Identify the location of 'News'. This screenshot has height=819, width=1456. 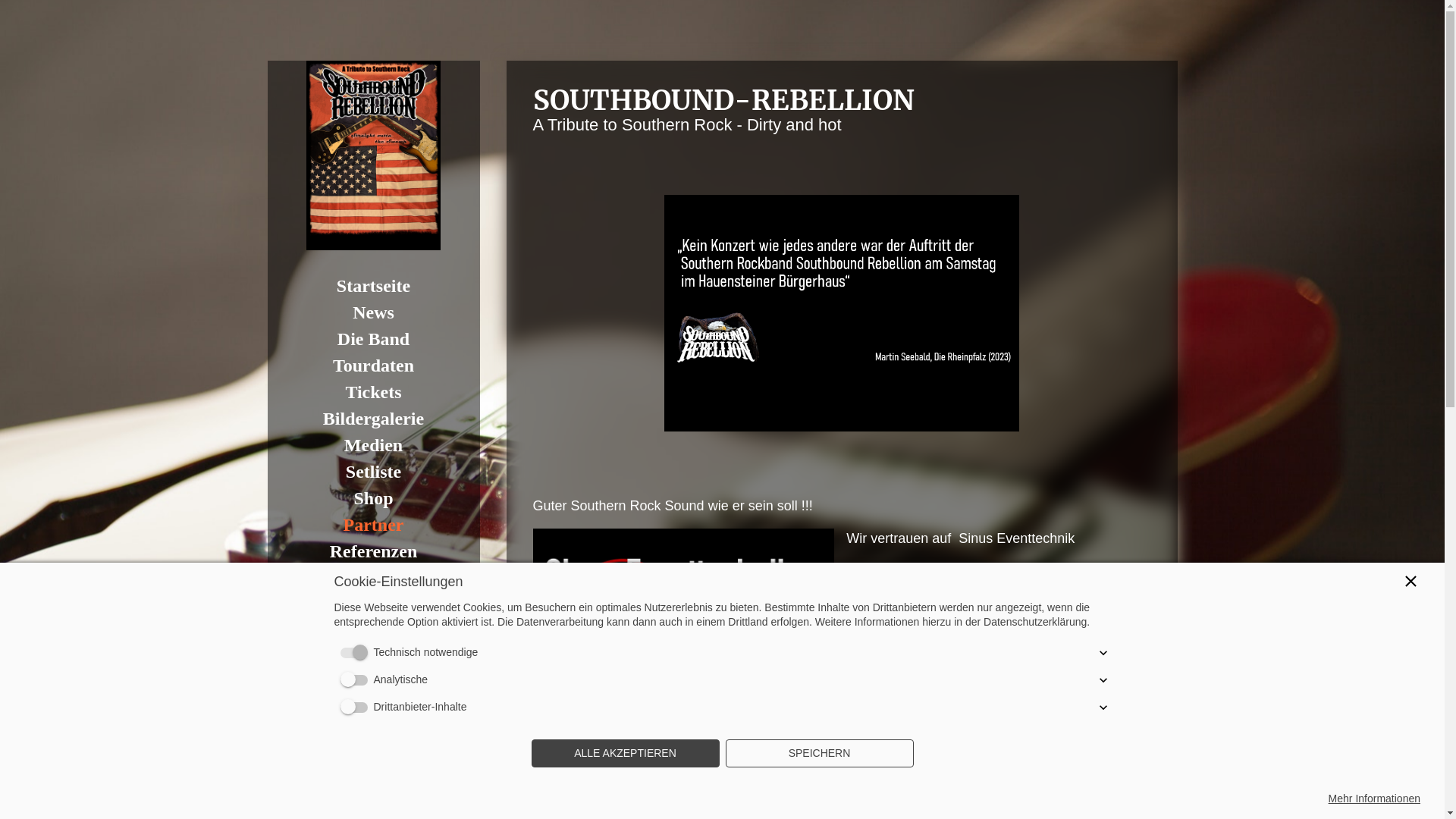
(372, 312).